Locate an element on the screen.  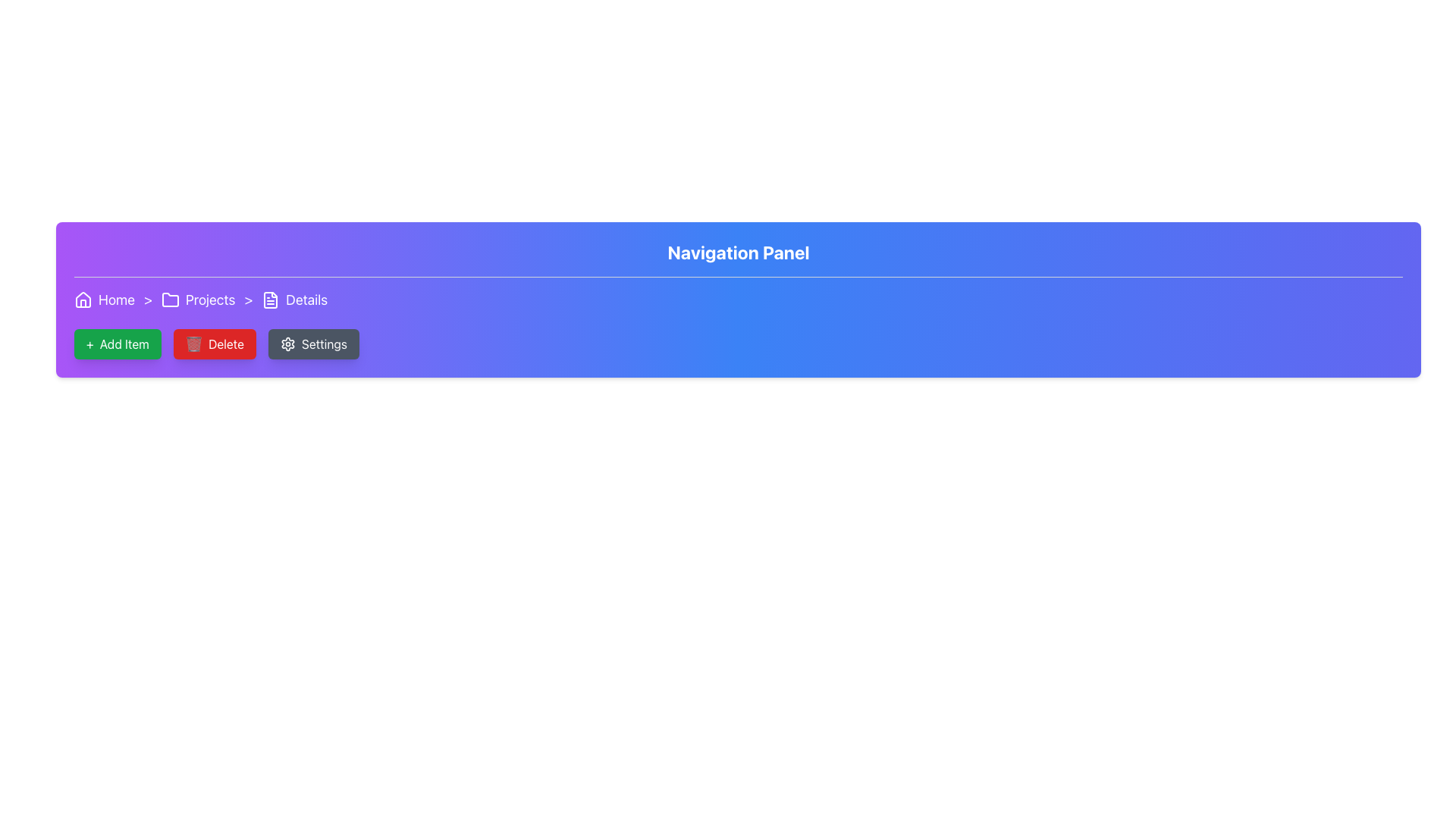
label 'Details' from the breadcrumb navigation bar, which is styled in white and accompanied by a document icon, located beneath the main header is located at coordinates (294, 300).